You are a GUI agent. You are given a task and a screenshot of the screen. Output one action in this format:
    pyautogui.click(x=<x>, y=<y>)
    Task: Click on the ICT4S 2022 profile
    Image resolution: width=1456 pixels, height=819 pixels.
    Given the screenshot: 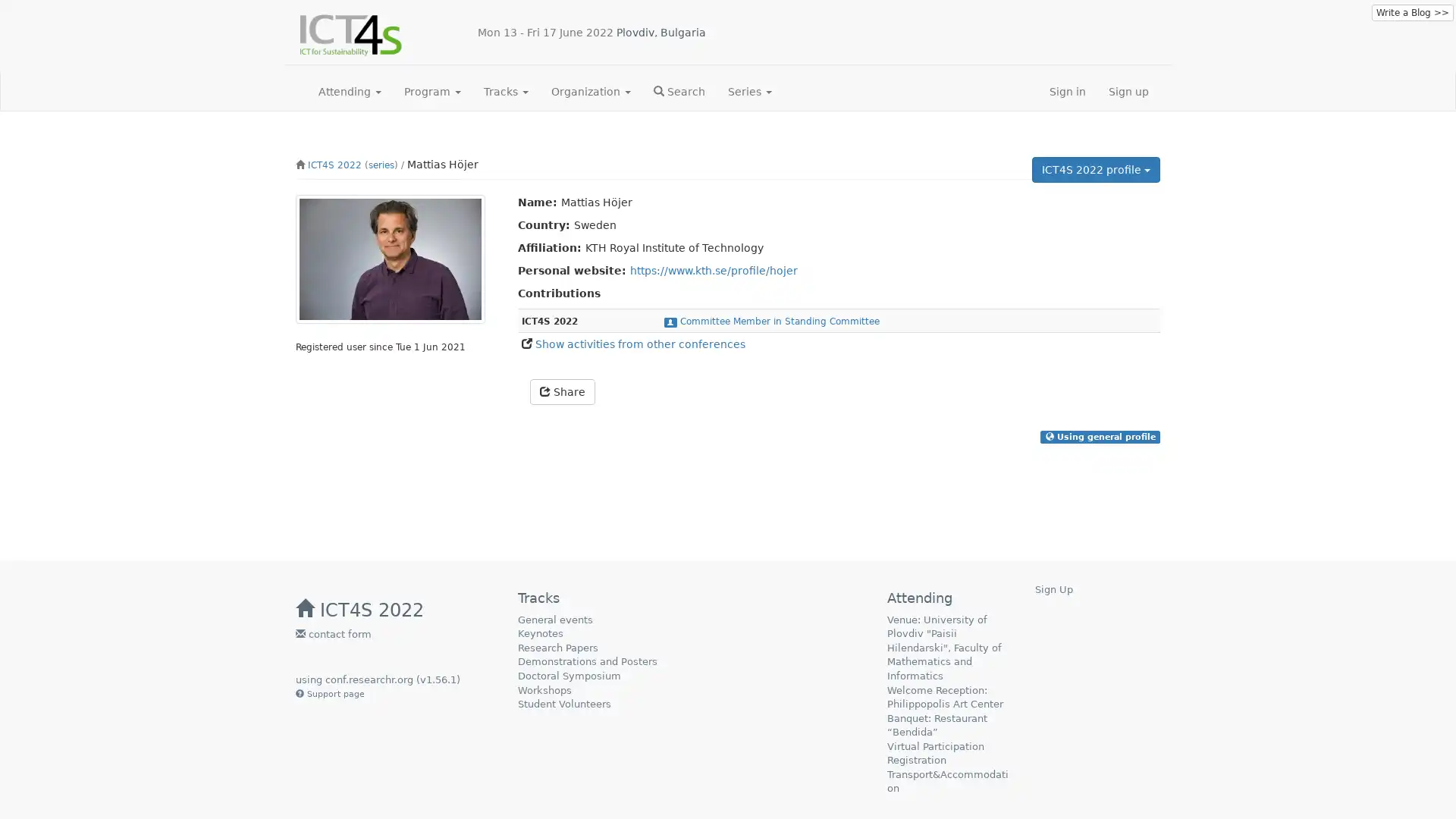 What is the action you would take?
    pyautogui.click(x=1096, y=169)
    